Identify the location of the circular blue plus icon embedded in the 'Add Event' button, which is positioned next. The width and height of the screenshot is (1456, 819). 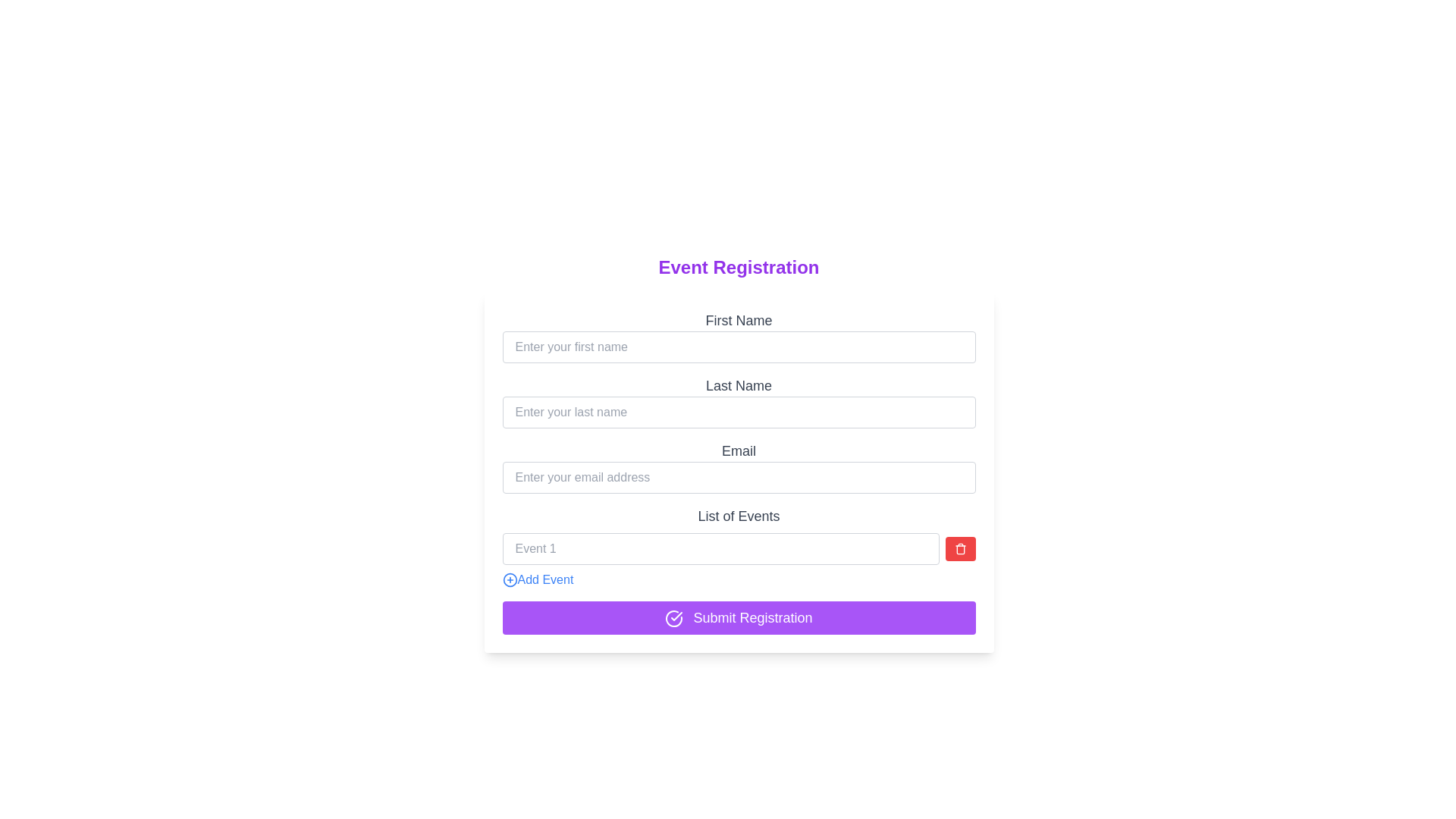
(510, 579).